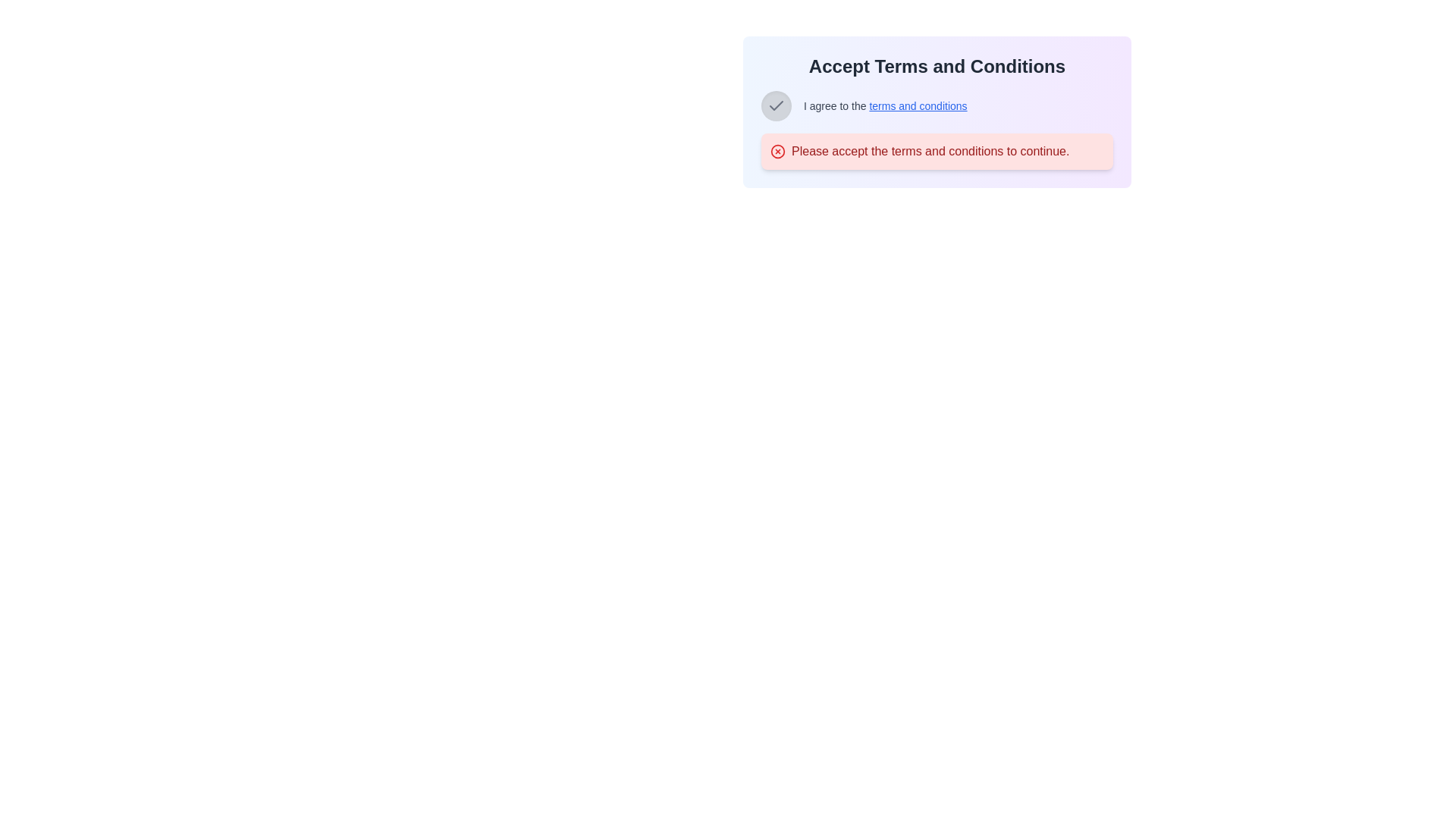 The height and width of the screenshot is (819, 1456). What do you see at coordinates (778, 152) in the screenshot?
I see `the circular error icon with a red border and cross, located to the left of the message 'Please accept the terms and conditions to continue.'` at bounding box center [778, 152].